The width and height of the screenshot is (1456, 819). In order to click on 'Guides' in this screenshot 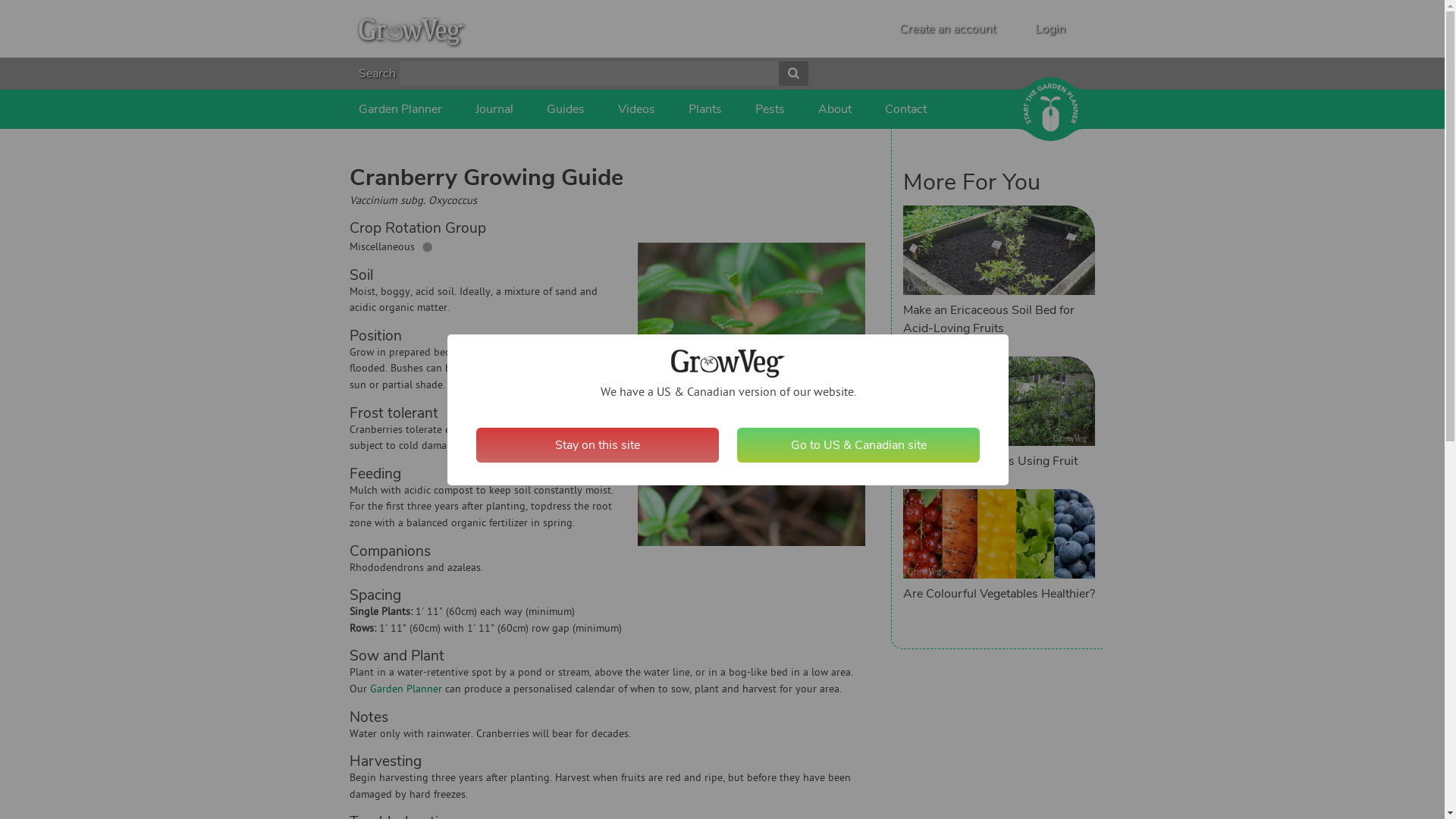, I will do `click(563, 108)`.